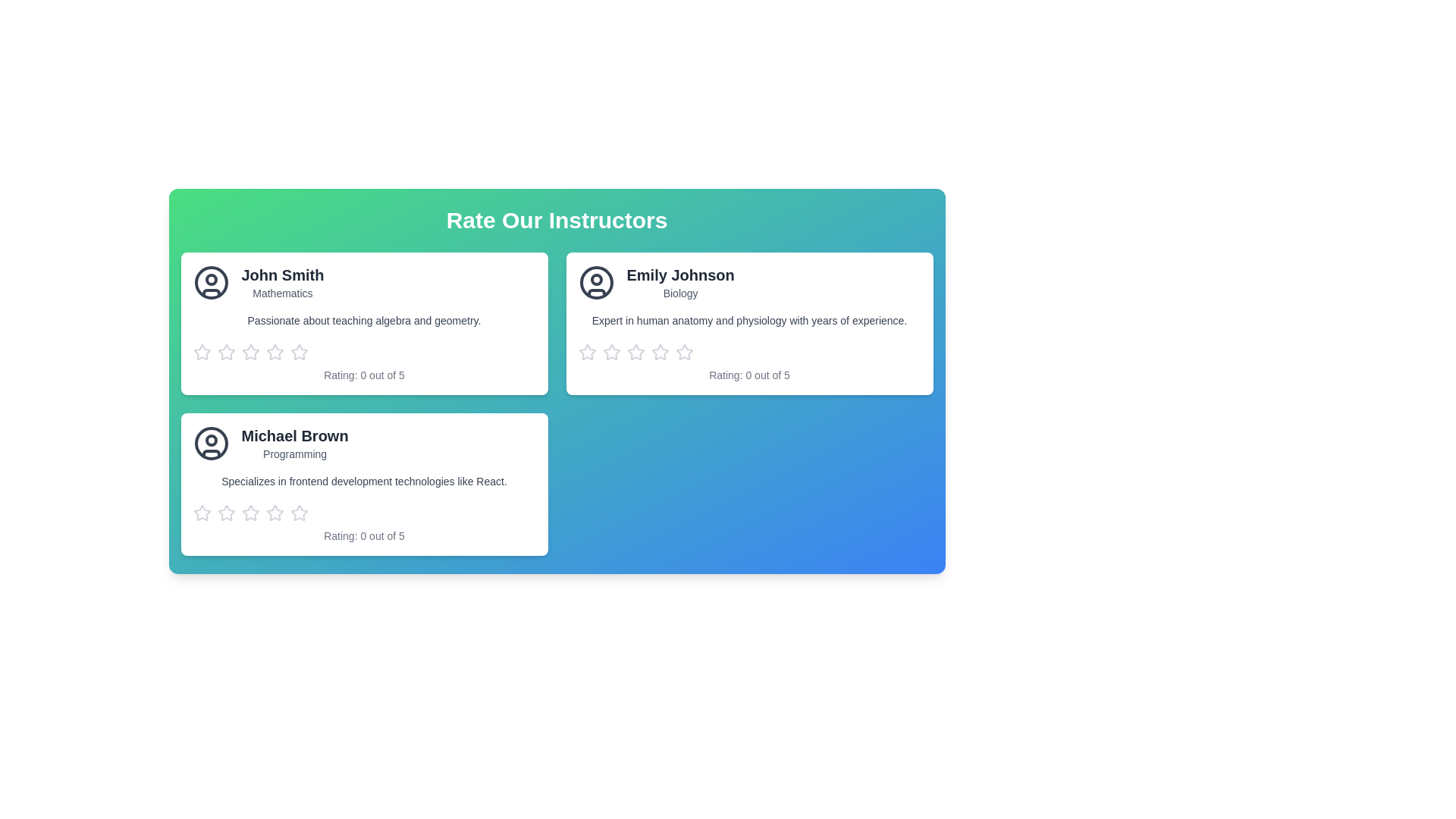 This screenshot has height=819, width=1456. I want to click on the second star icon in the rating row for instructor John Smith, so click(299, 352).